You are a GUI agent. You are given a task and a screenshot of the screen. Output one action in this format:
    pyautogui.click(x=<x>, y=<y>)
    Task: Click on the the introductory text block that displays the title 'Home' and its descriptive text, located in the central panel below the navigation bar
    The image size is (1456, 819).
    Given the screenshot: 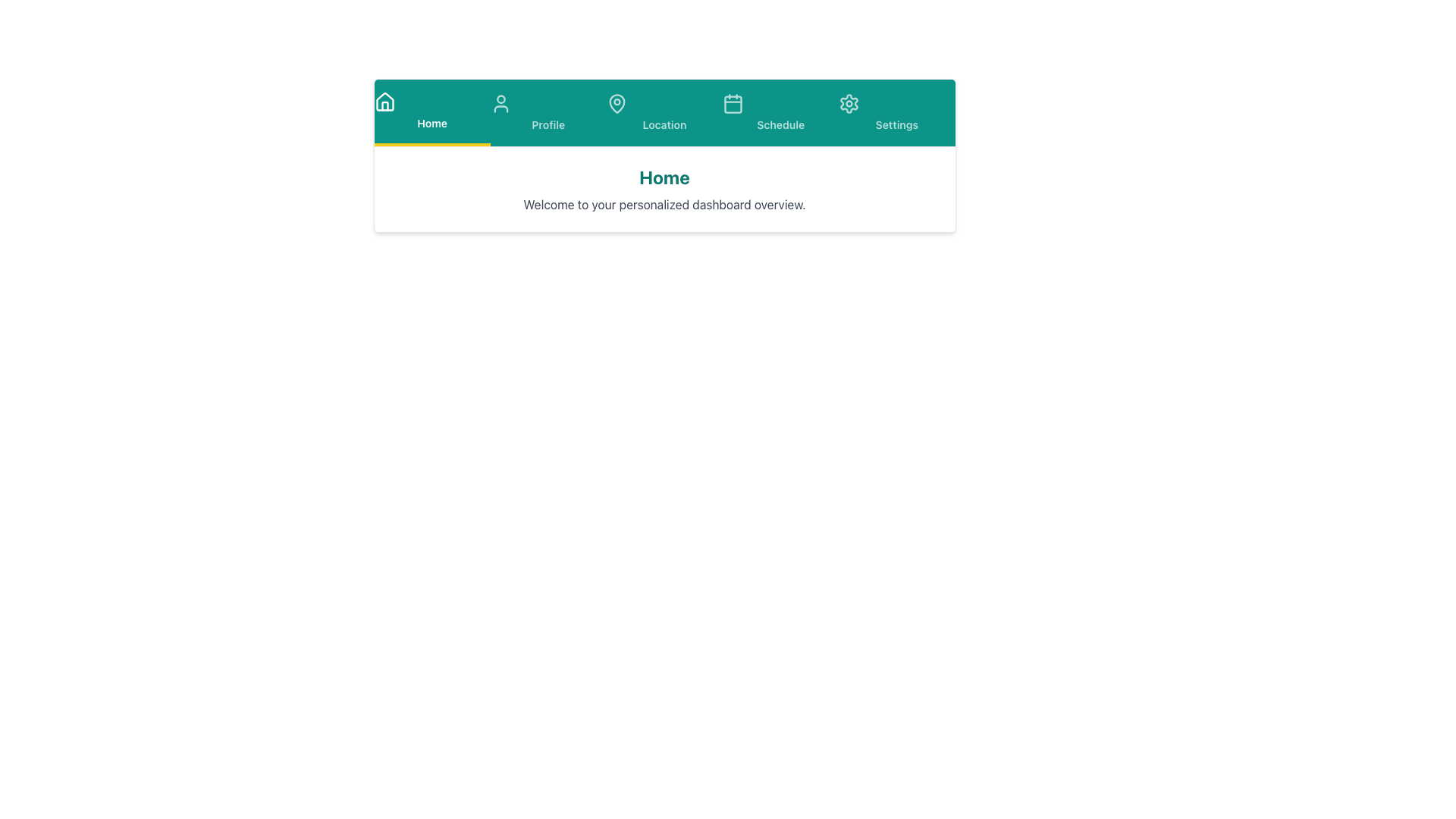 What is the action you would take?
    pyautogui.click(x=664, y=189)
    